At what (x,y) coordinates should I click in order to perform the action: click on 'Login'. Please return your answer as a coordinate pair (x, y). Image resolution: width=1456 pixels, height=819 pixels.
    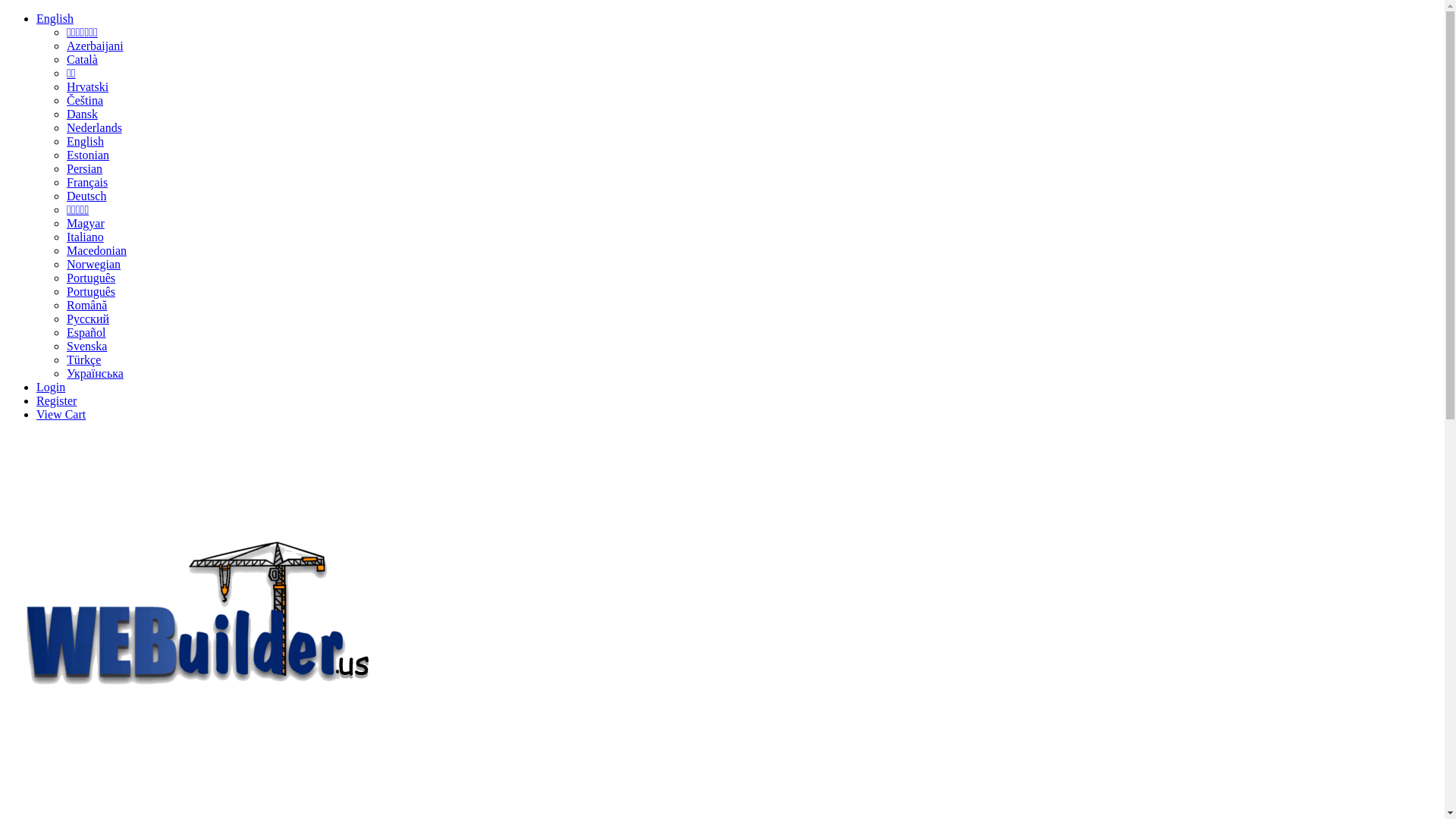
    Looking at the image, I should click on (51, 386).